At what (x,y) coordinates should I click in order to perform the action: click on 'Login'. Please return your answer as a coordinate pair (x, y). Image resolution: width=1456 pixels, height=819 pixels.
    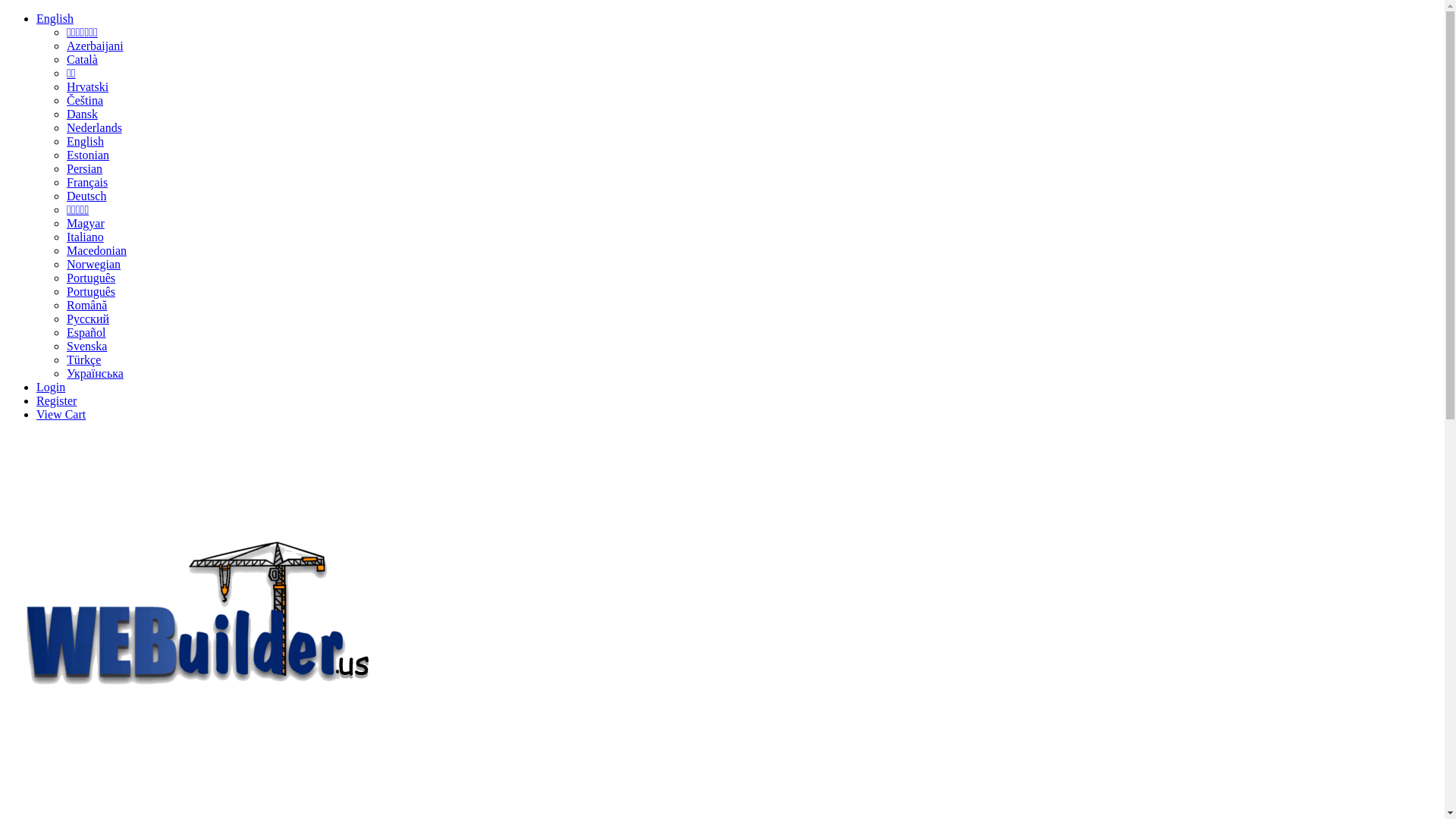
    Looking at the image, I should click on (51, 386).